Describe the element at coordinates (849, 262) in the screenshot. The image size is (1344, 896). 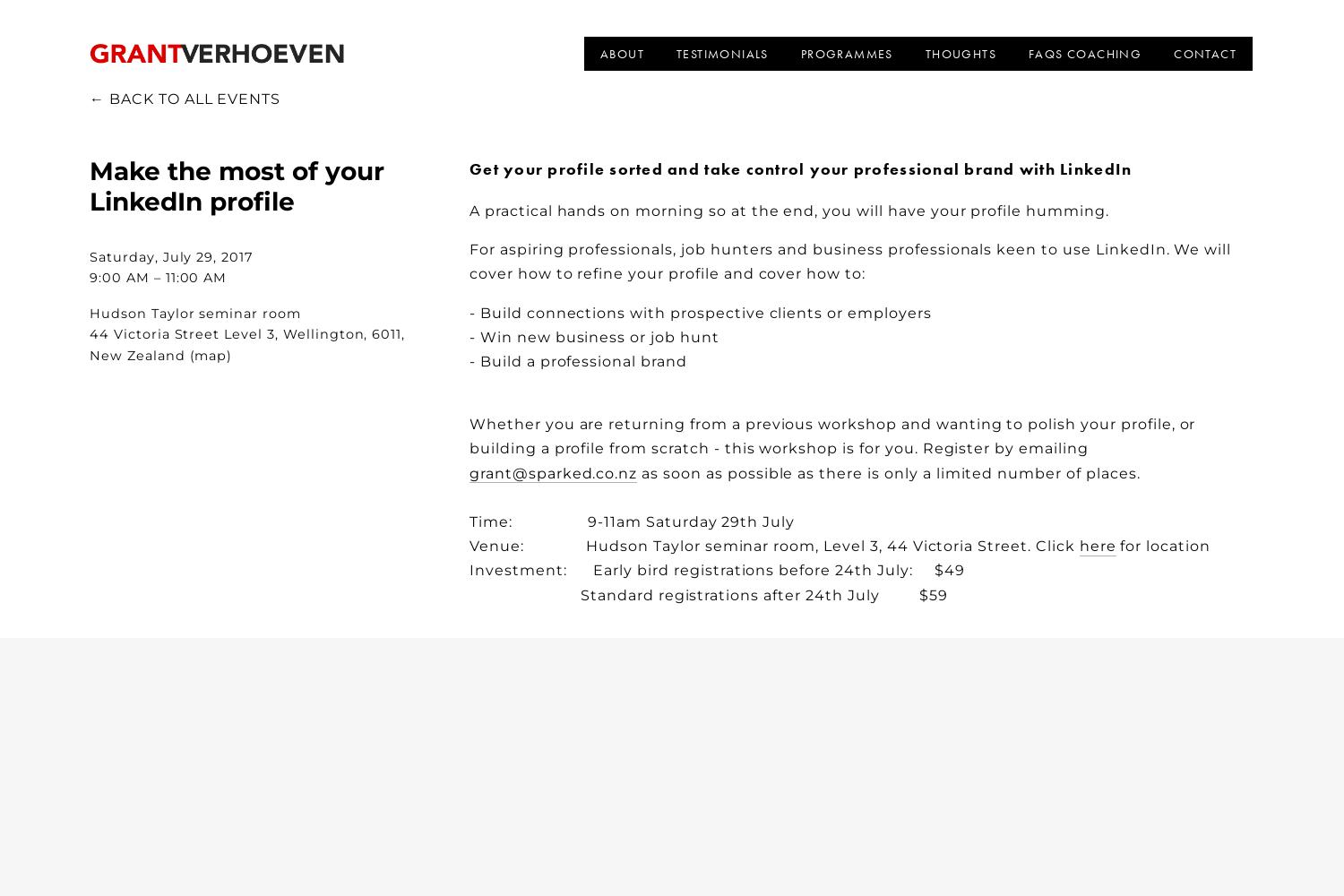
I see `'For aspiring professionals, job hunters and business professionals keen to use LinkedIn. We will cover how to refine your profile and cover how to:'` at that location.